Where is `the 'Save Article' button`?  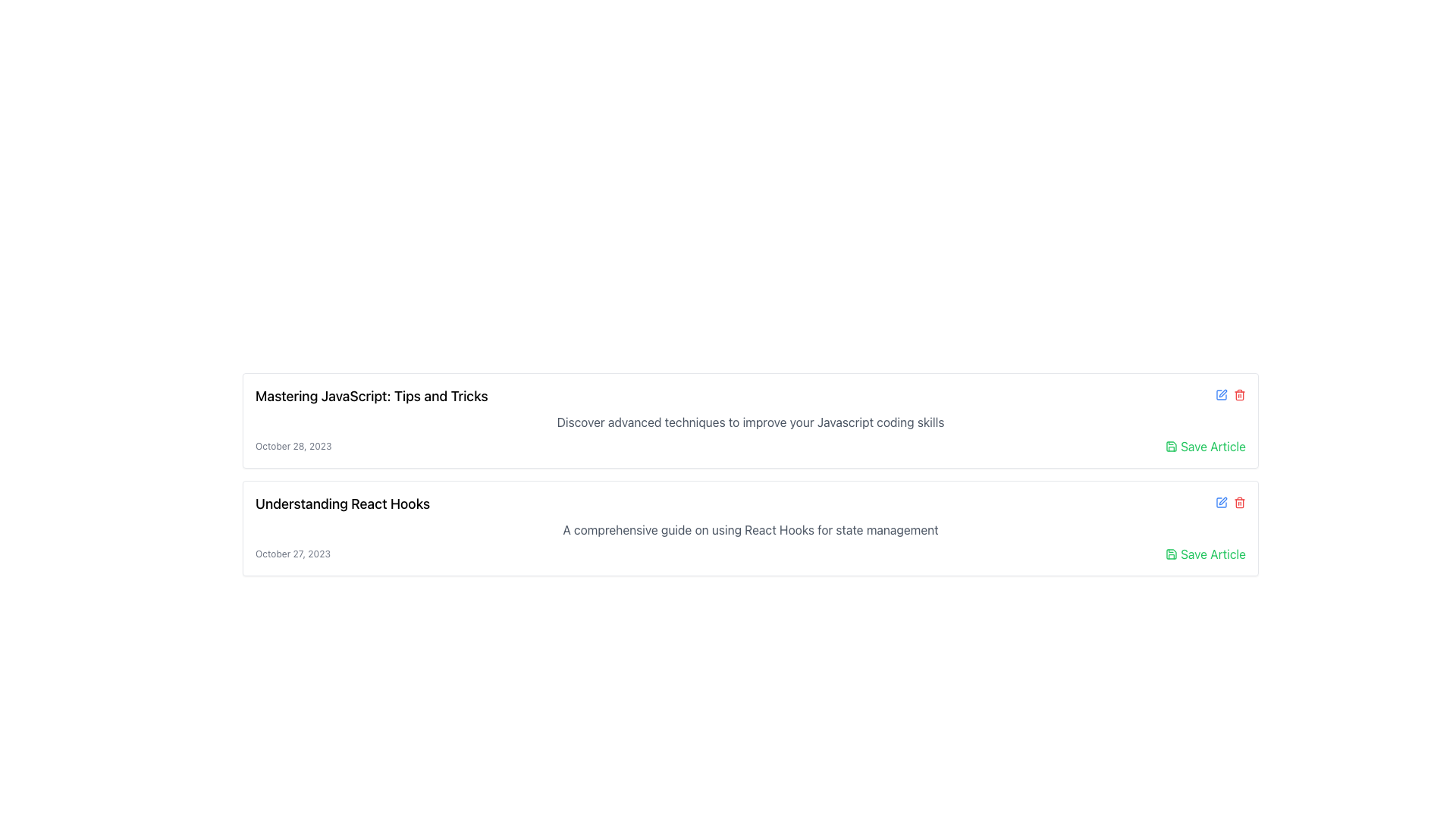 the 'Save Article' button is located at coordinates (1205, 446).